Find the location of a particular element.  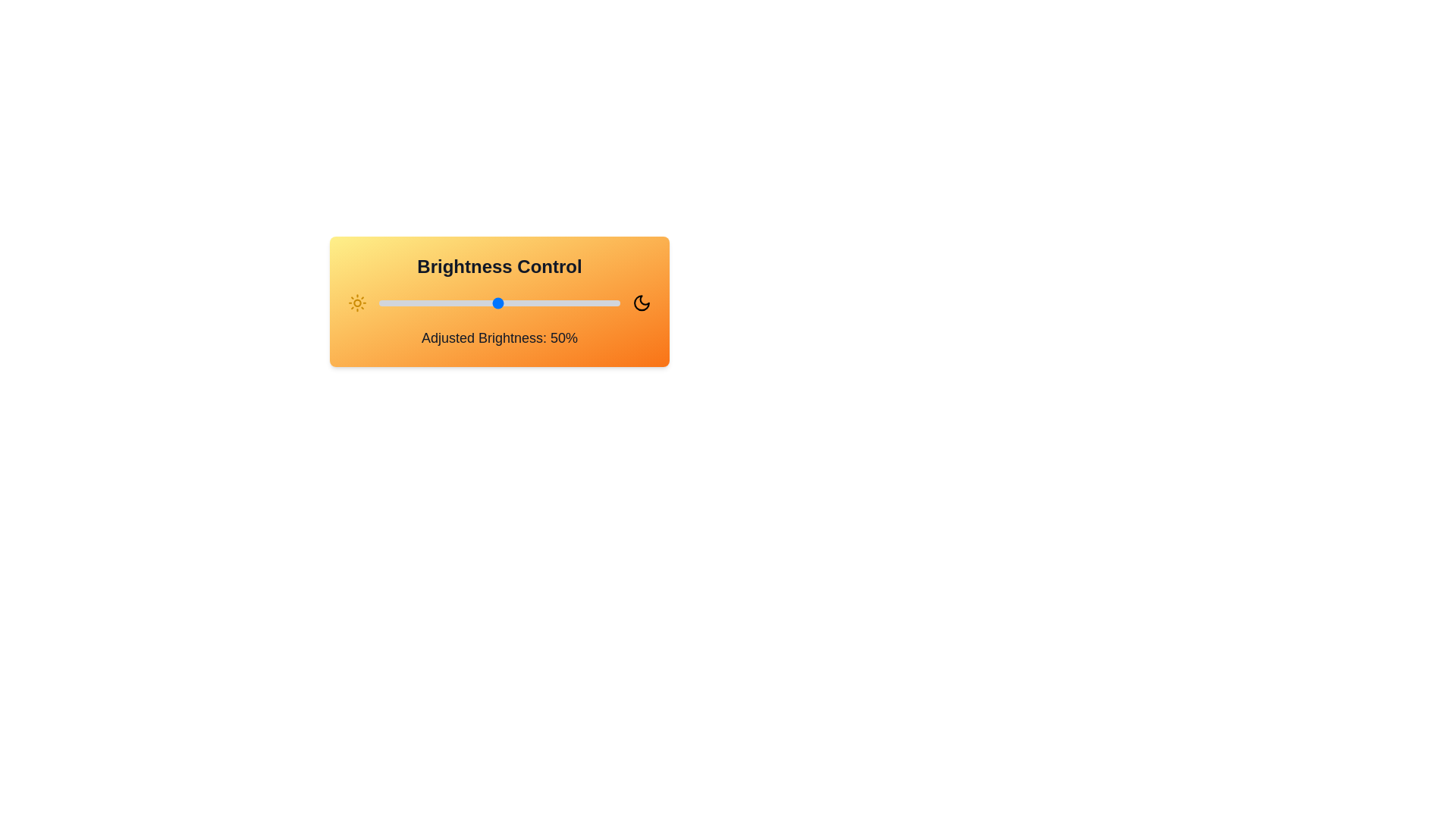

the Sun icon to adjust brightness is located at coordinates (356, 303).